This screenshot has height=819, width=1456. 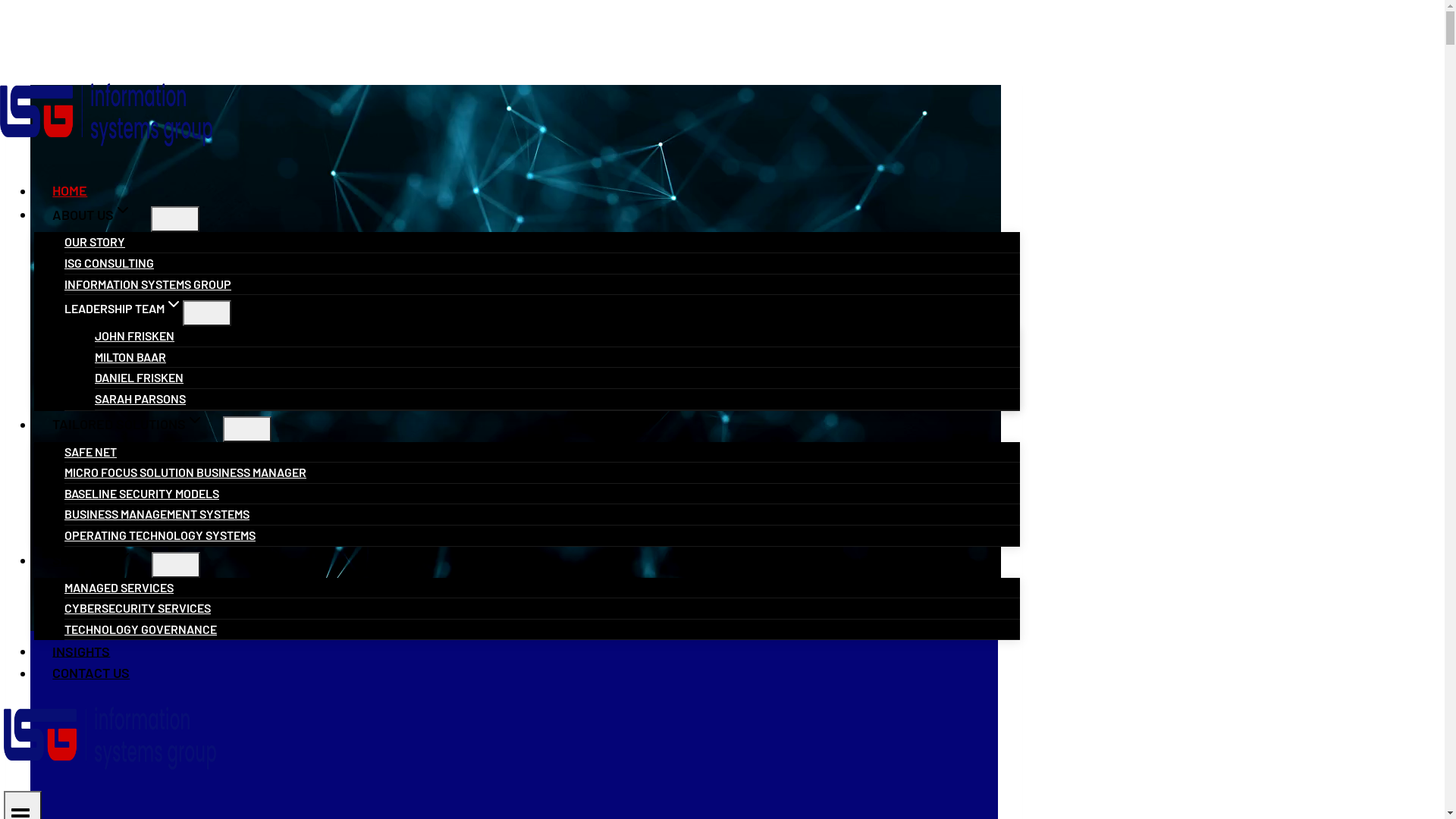 What do you see at coordinates (33, 189) in the screenshot?
I see `'HOME'` at bounding box center [33, 189].